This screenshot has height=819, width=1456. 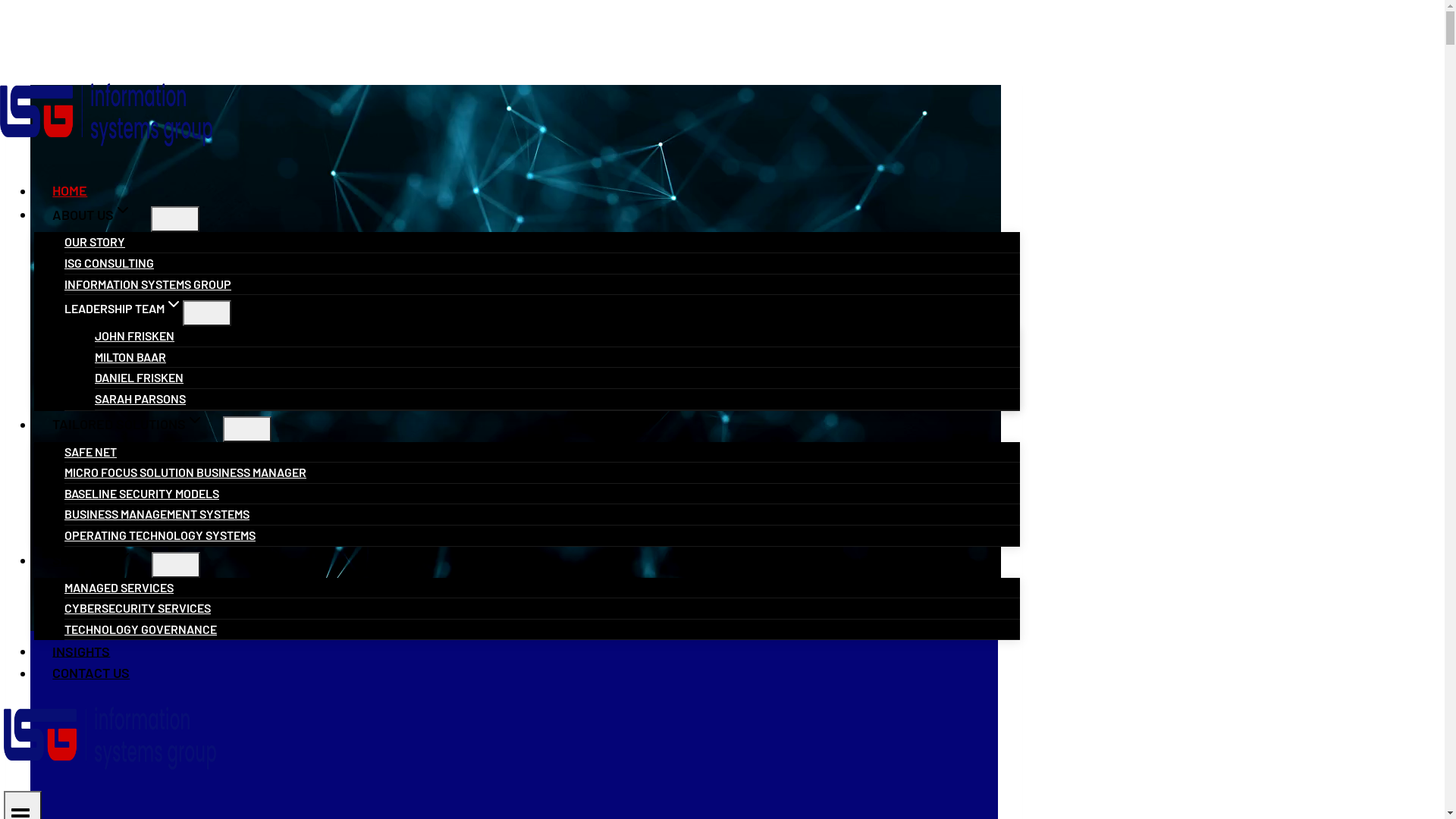 What do you see at coordinates (33, 189) in the screenshot?
I see `'HOME'` at bounding box center [33, 189].